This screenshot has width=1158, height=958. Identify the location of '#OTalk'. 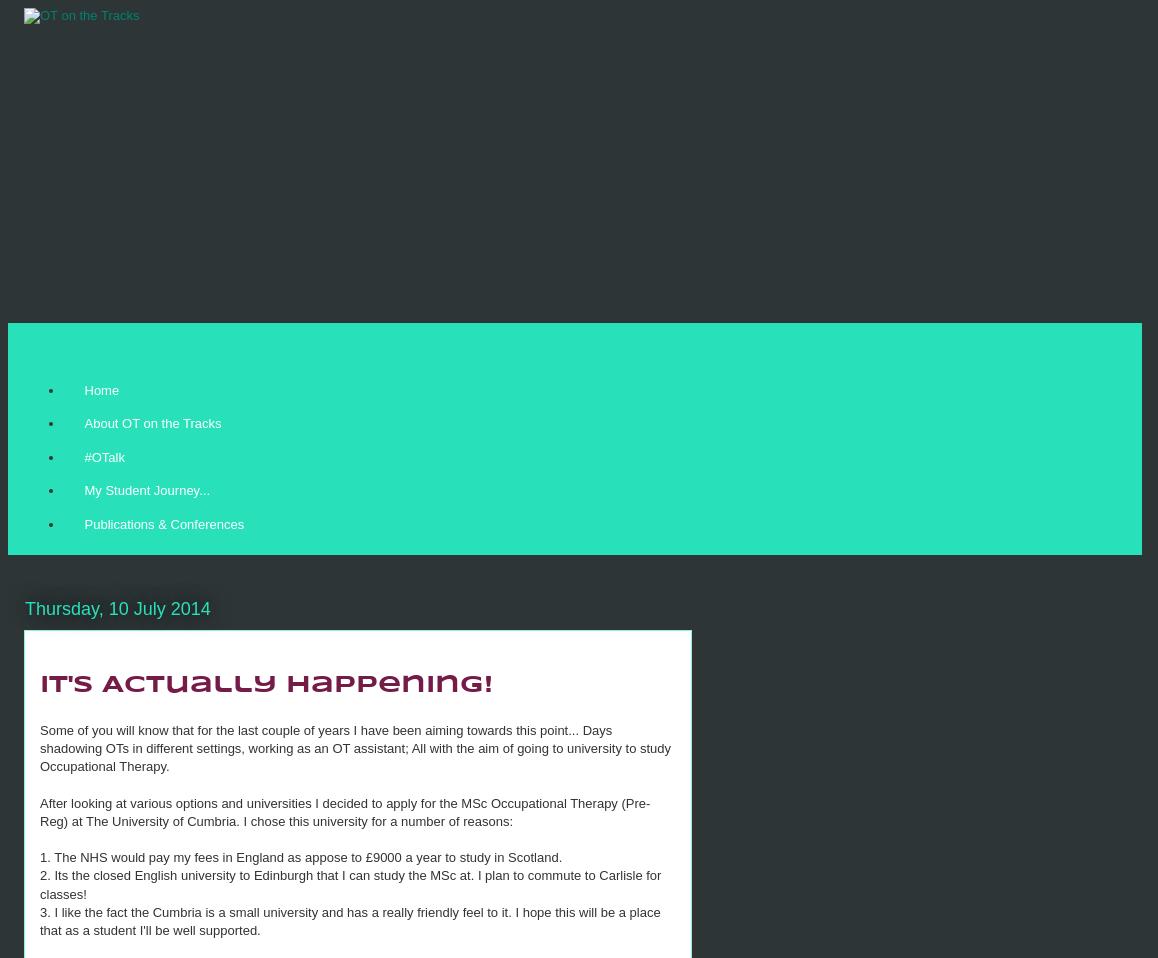
(103, 456).